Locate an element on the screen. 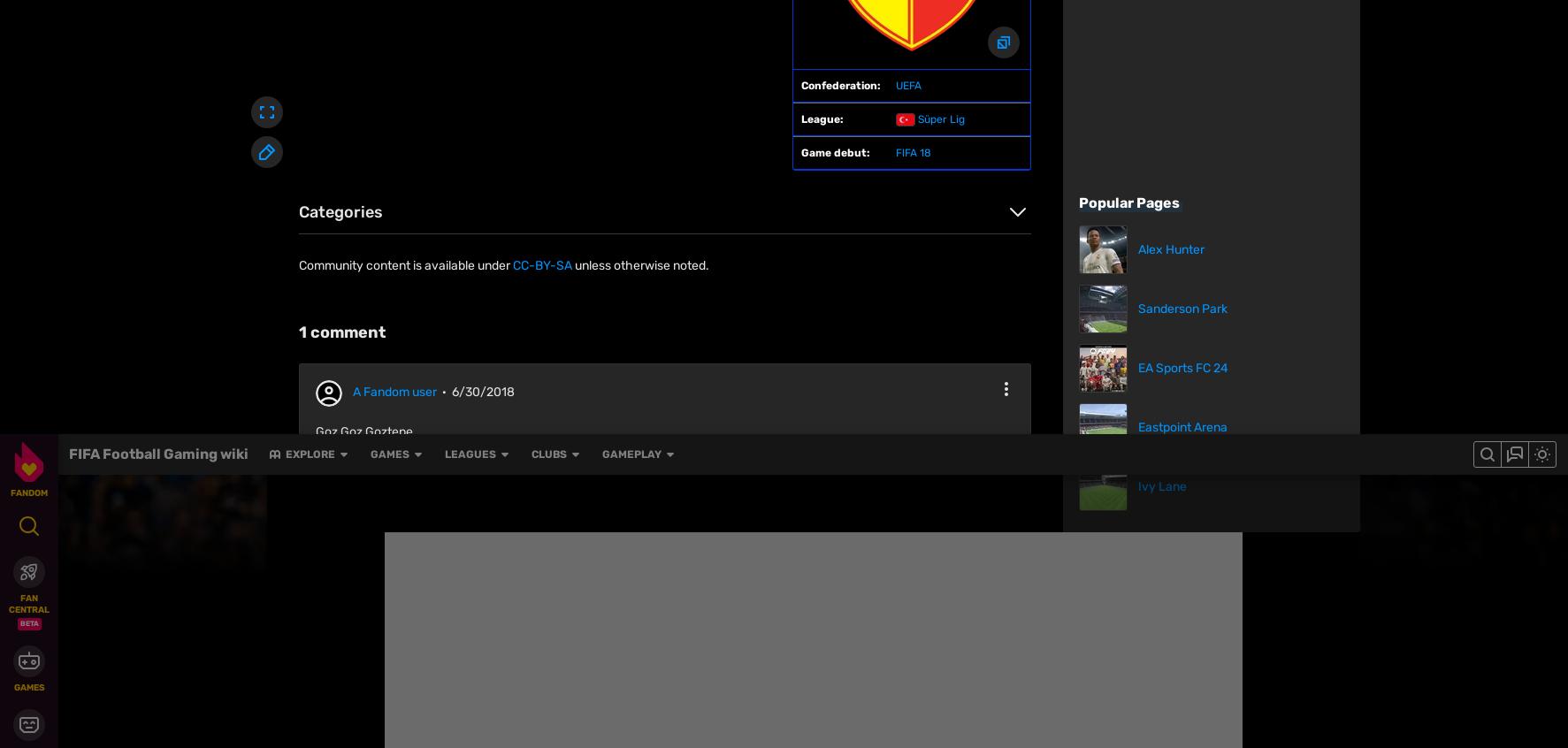 The image size is (1568, 748). 'Community Central' is located at coordinates (875, 723).